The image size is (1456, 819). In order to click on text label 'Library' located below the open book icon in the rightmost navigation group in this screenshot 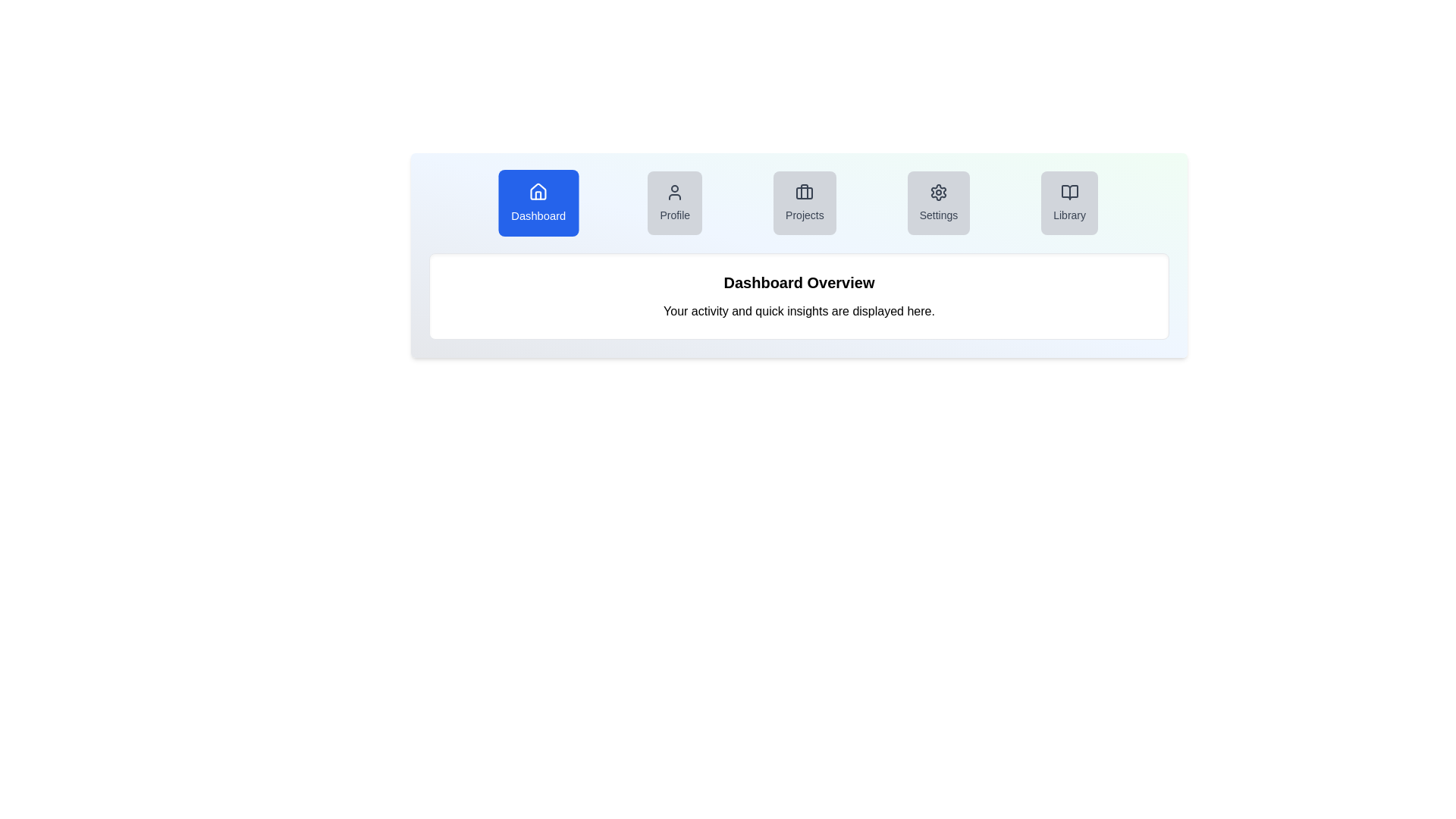, I will do `click(1068, 215)`.